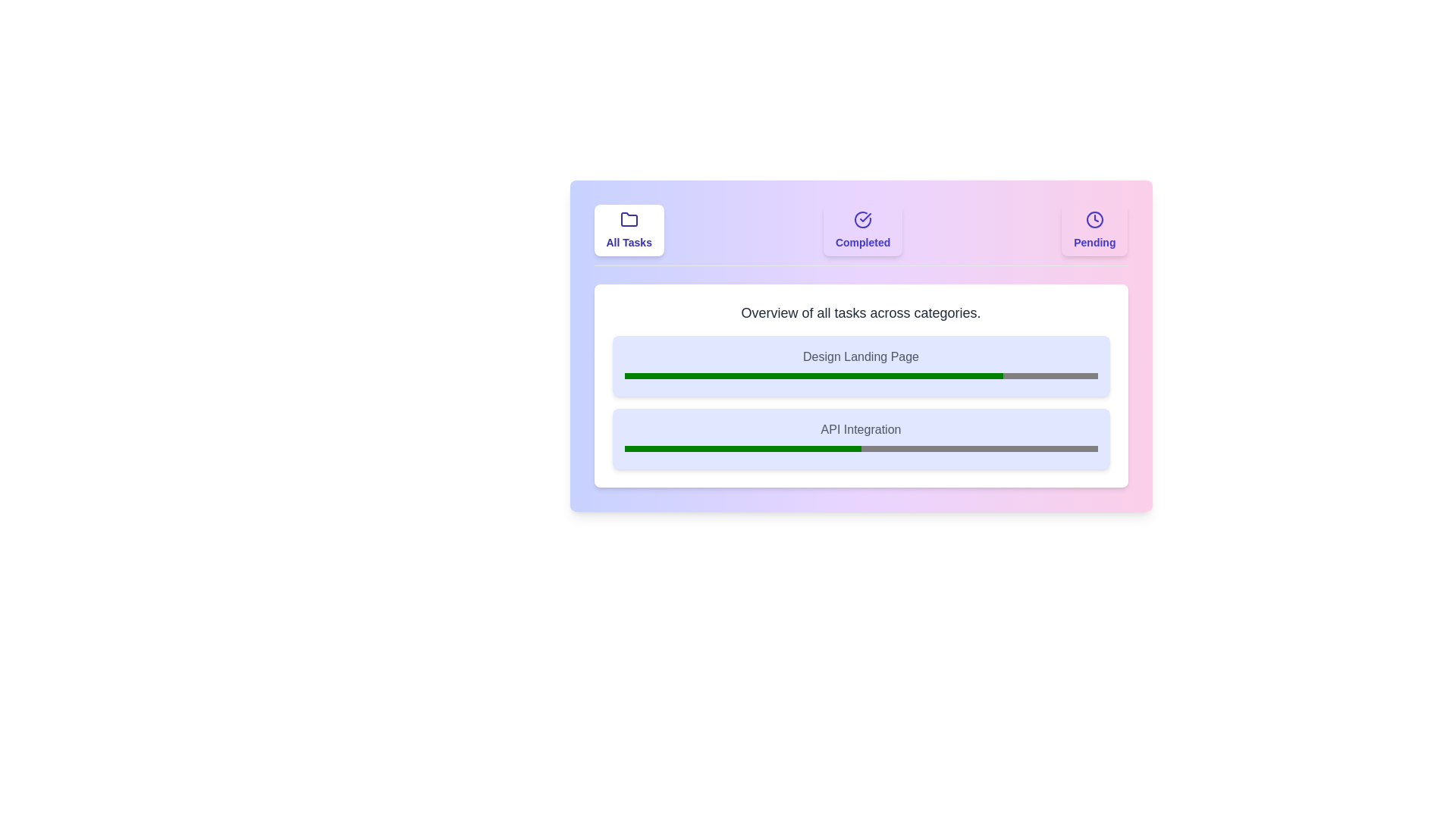 Image resolution: width=1456 pixels, height=819 pixels. Describe the element at coordinates (1094, 242) in the screenshot. I see `the Text Label indicating a pending state, located in the top-right corner beneath the clock icon` at that location.